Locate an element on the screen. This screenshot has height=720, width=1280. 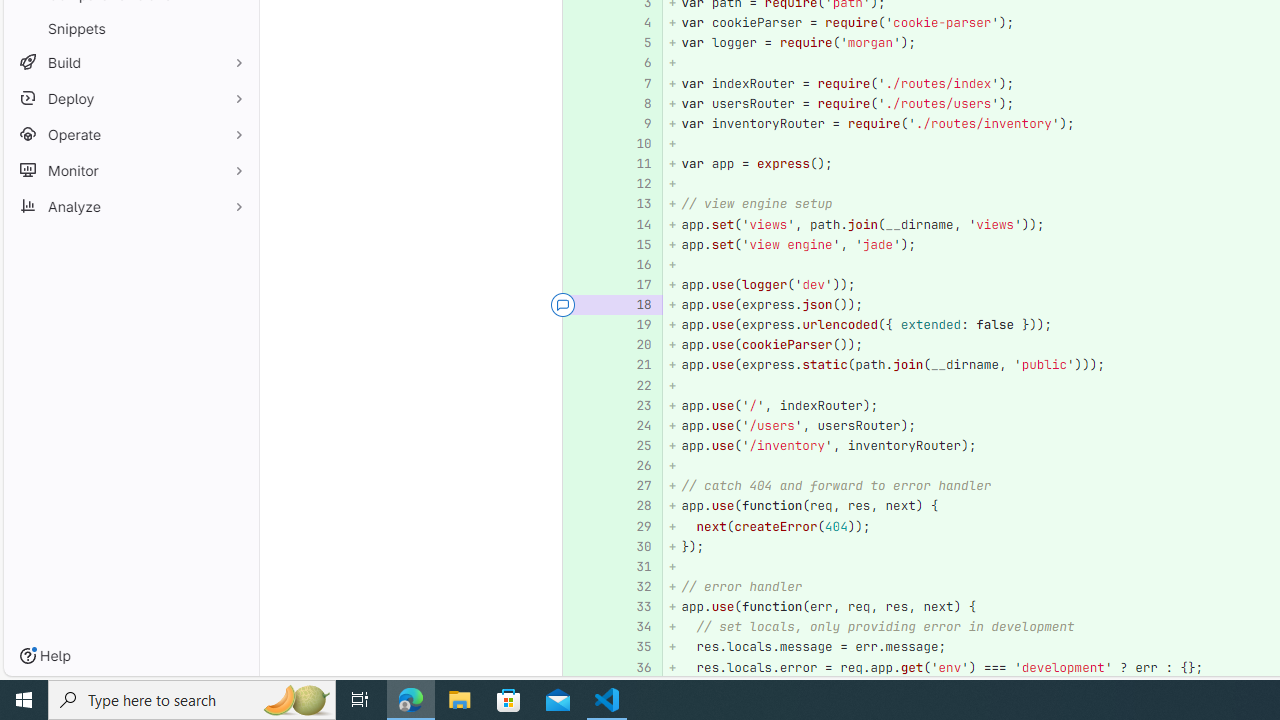
'32' is located at coordinates (636, 586).